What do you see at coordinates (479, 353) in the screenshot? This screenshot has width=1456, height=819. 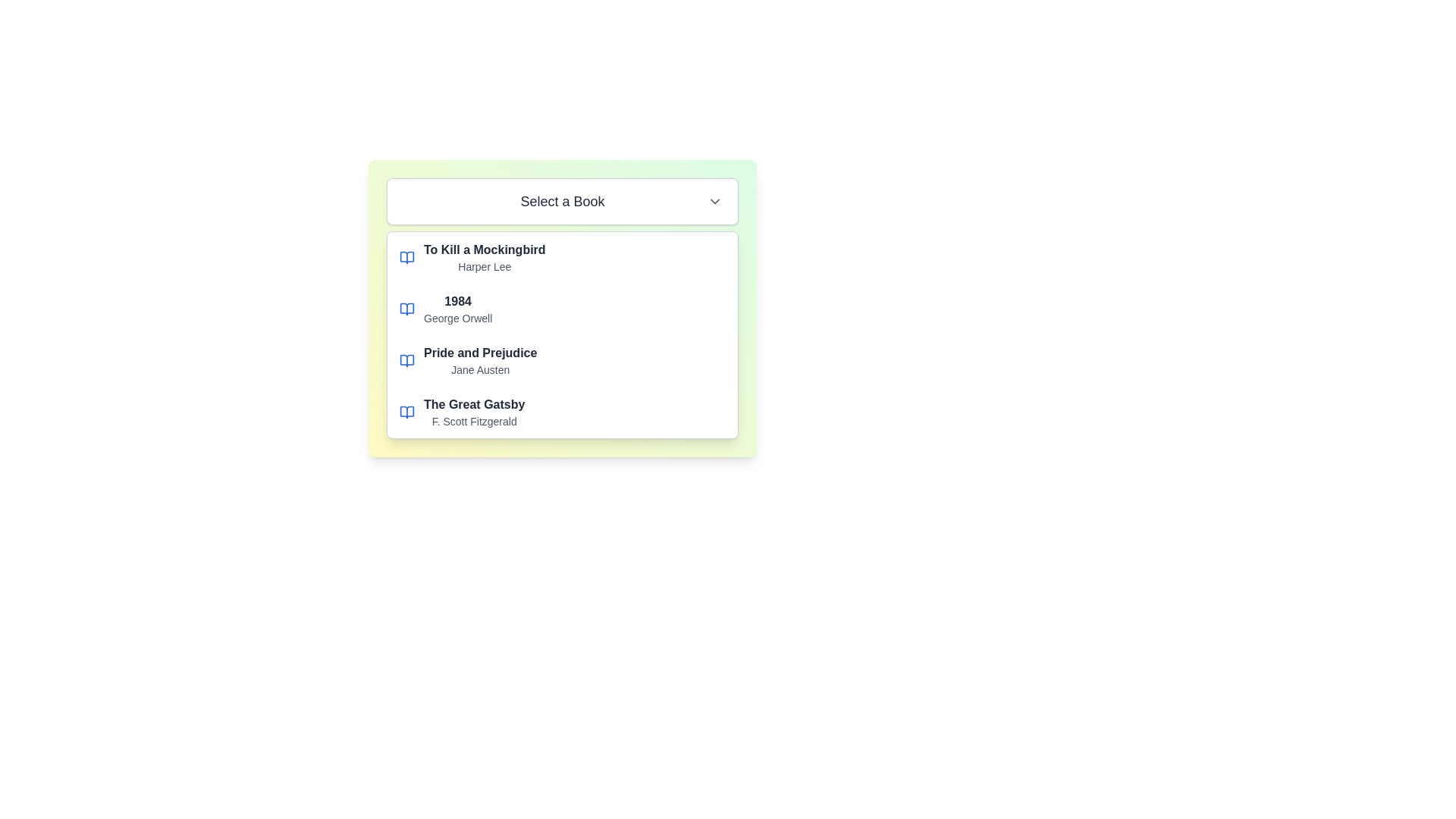 I see `the text label displaying the title of the book 'Pride and Prejudice' within the dropdown menu` at bounding box center [479, 353].